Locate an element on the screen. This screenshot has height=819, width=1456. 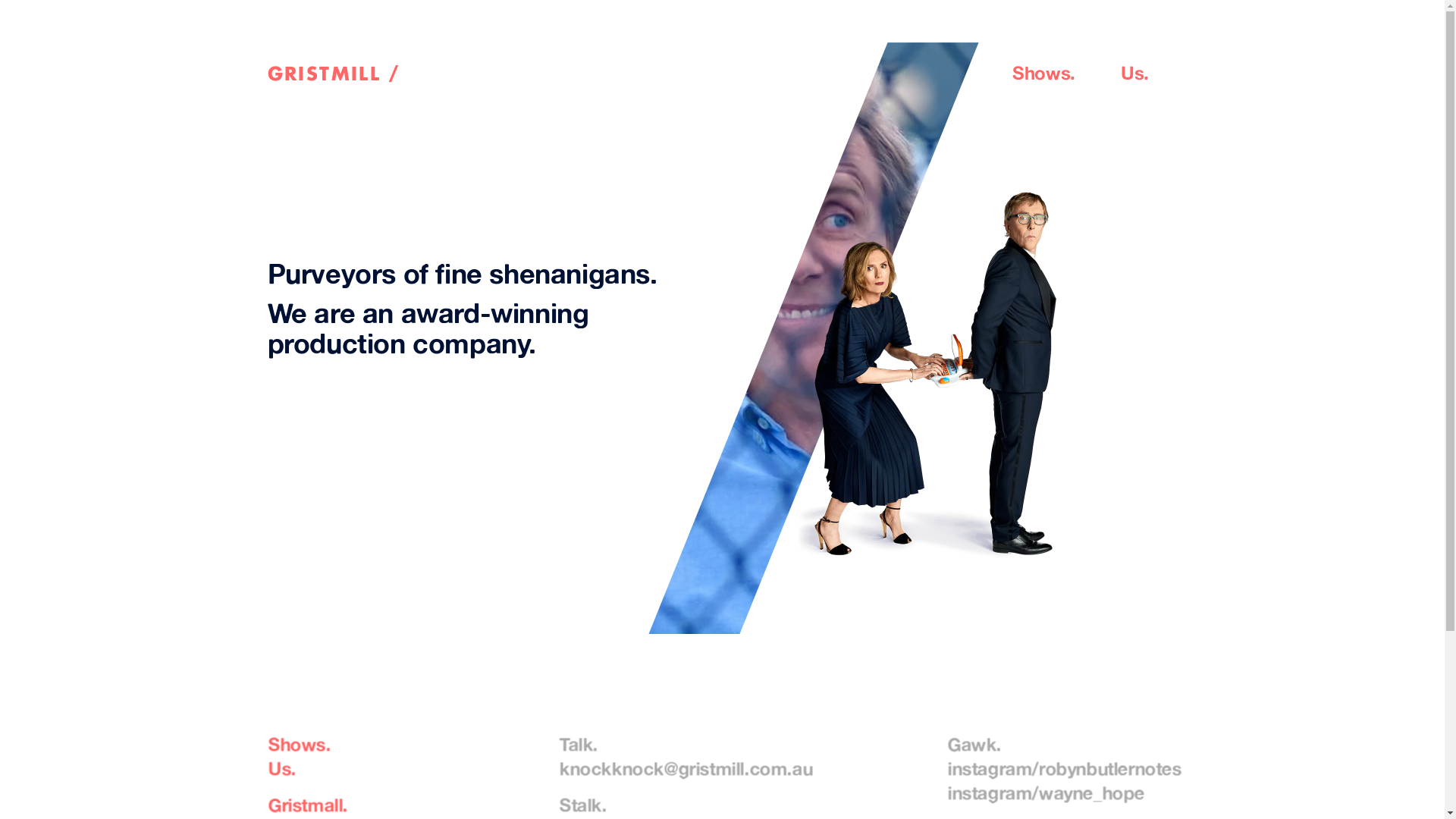
'Us.' is located at coordinates (281, 768).